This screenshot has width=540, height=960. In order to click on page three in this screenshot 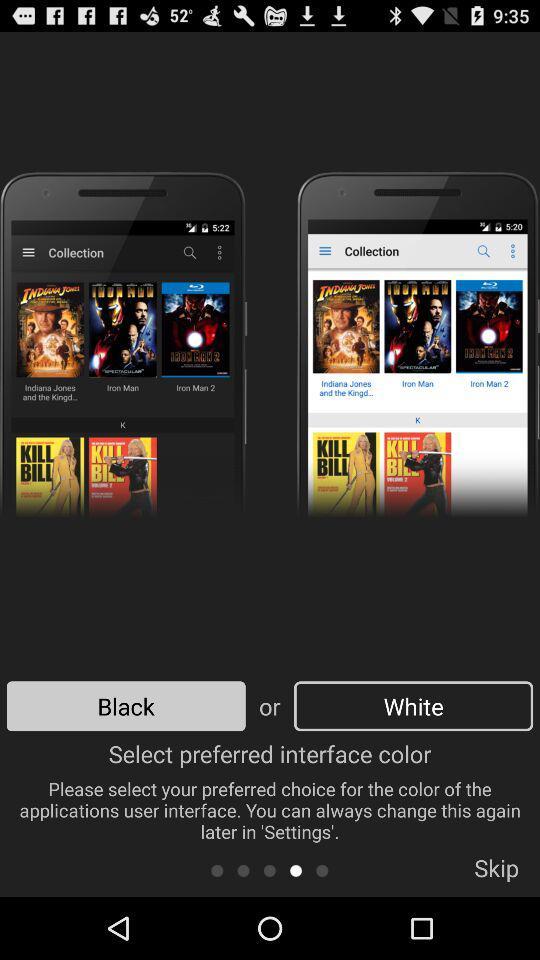, I will do `click(269, 869)`.